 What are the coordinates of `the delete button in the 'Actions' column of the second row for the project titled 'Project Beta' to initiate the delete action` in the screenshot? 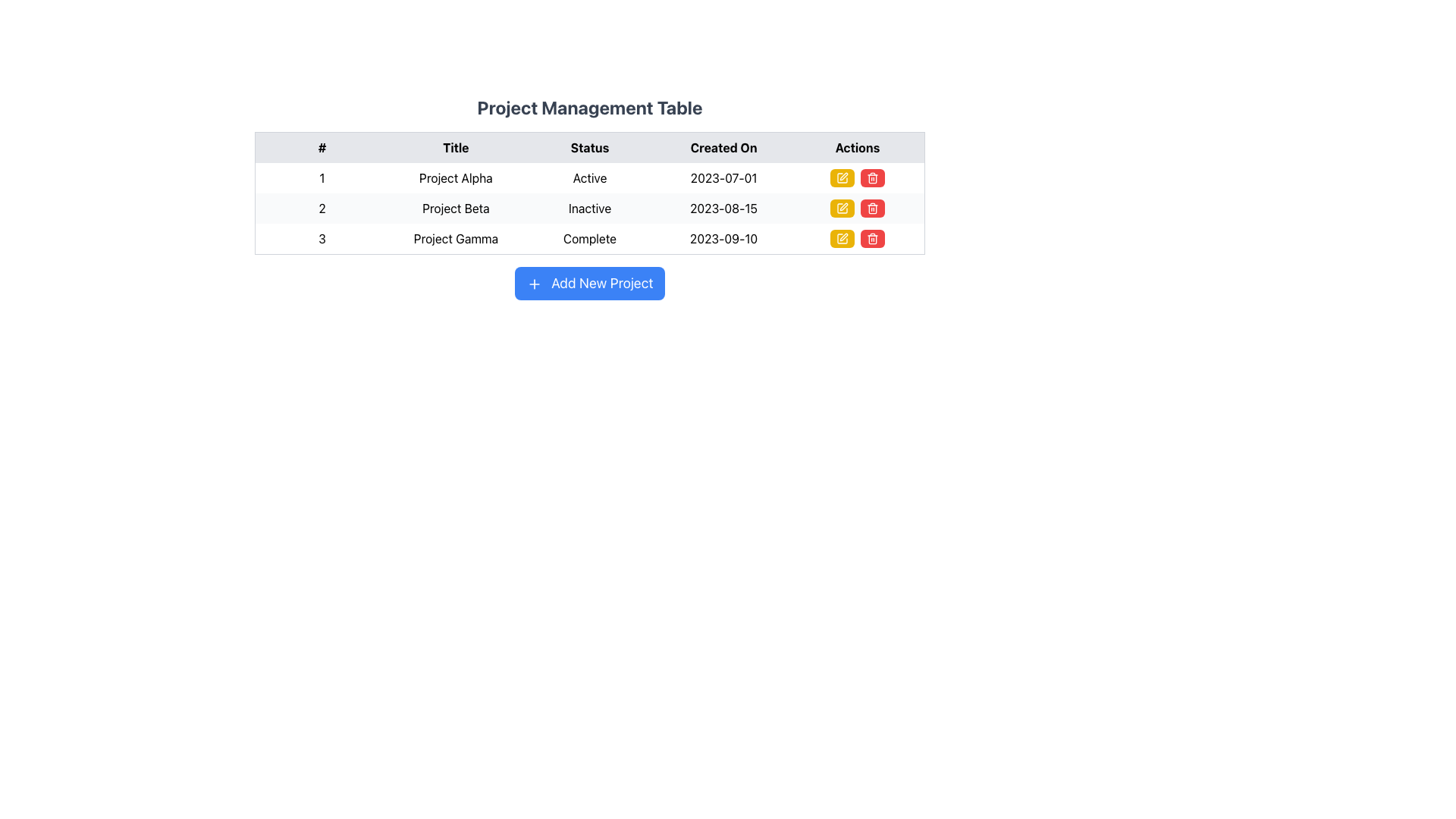 It's located at (857, 208).